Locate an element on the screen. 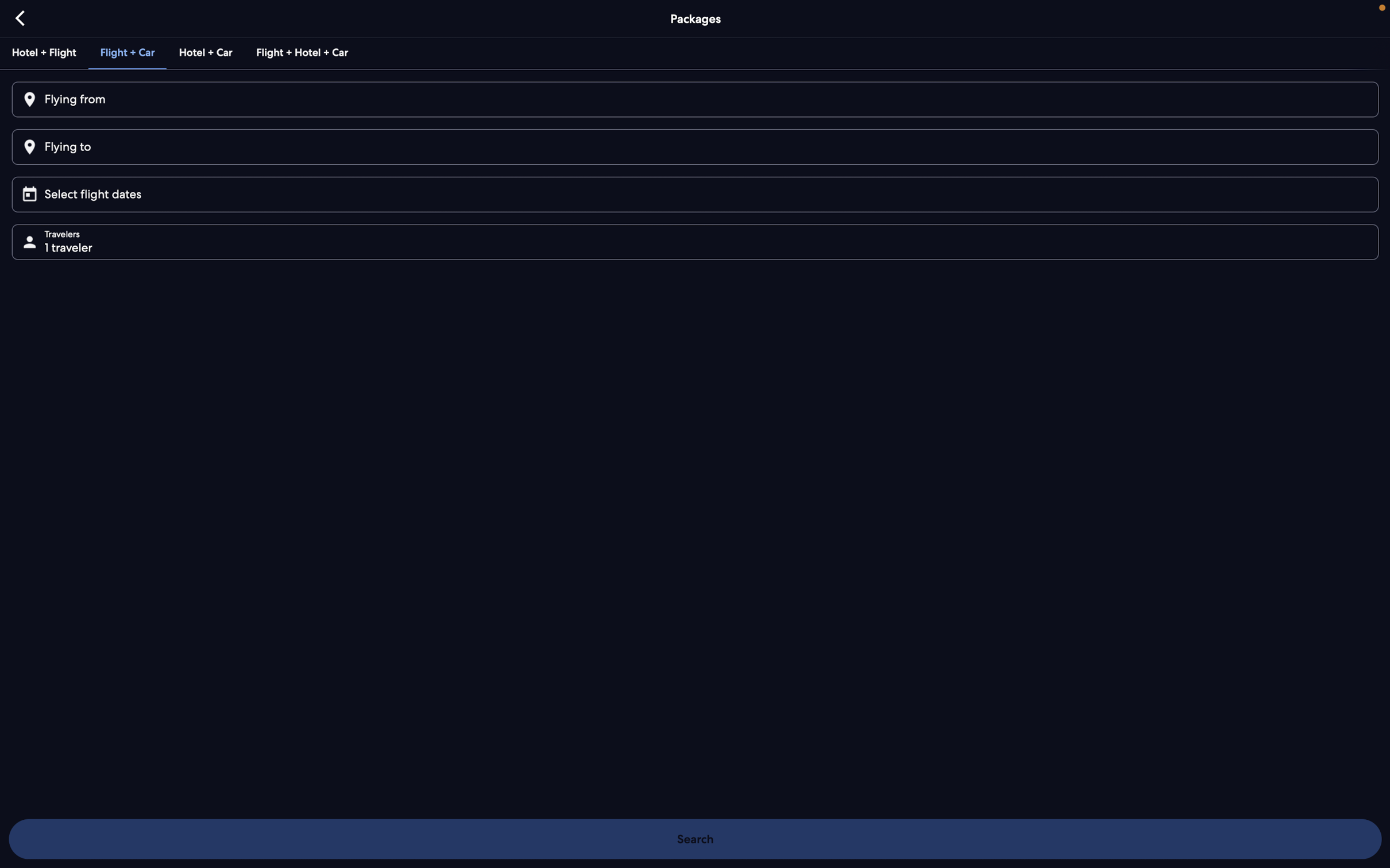  Increment the count of travellers by two is located at coordinates (699, 241).